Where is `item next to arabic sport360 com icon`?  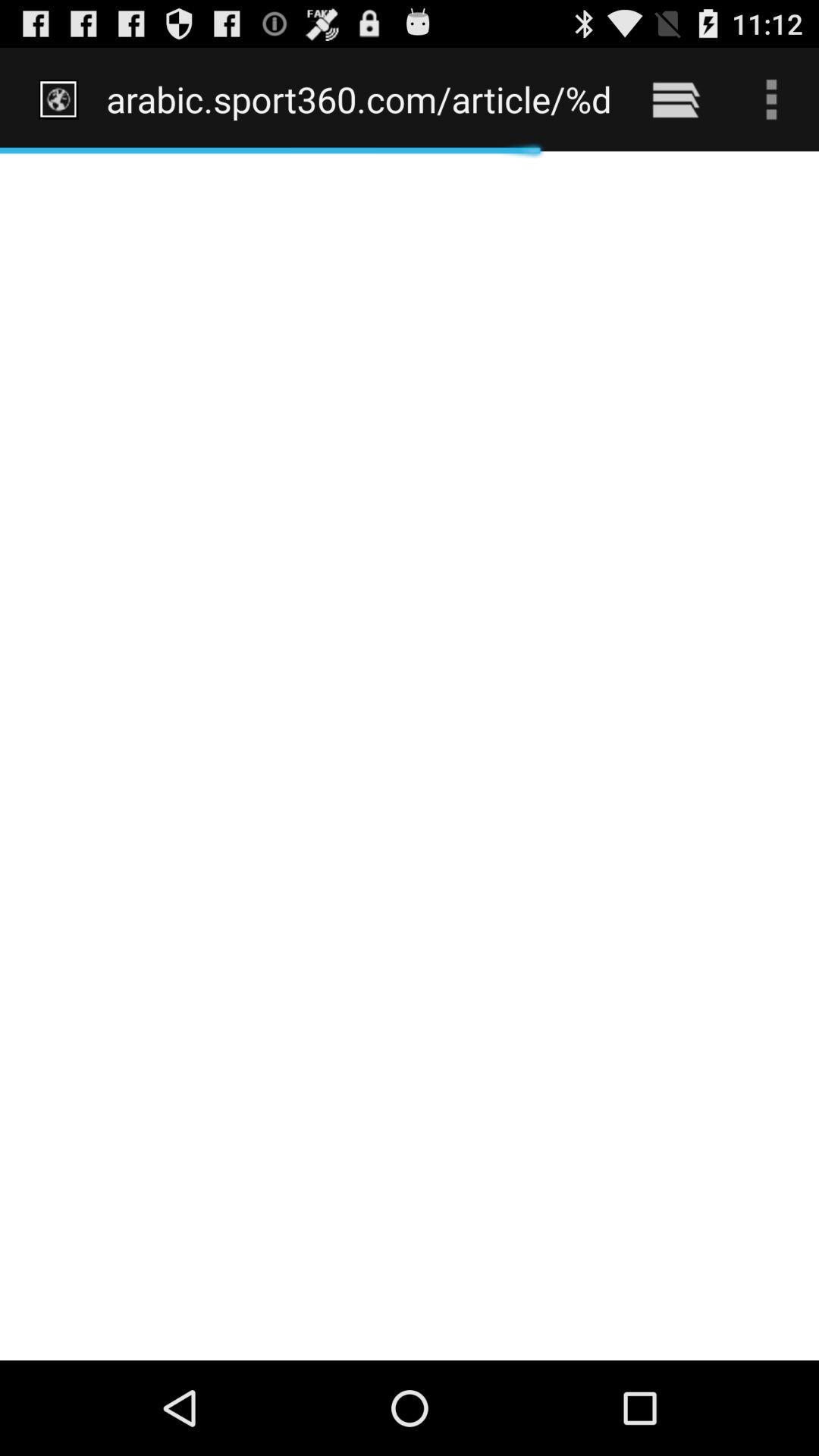
item next to arabic sport360 com icon is located at coordinates (675, 99).